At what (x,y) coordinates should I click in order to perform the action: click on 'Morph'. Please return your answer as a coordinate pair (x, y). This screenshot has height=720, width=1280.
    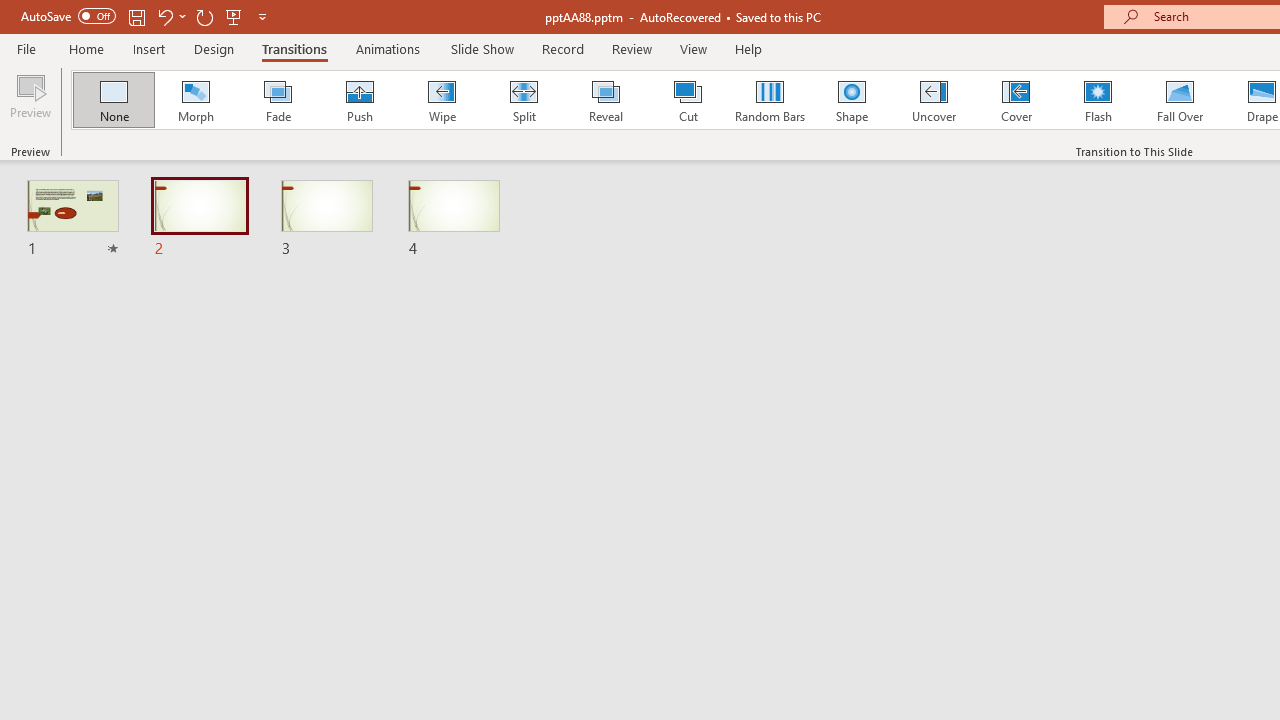
    Looking at the image, I should click on (195, 100).